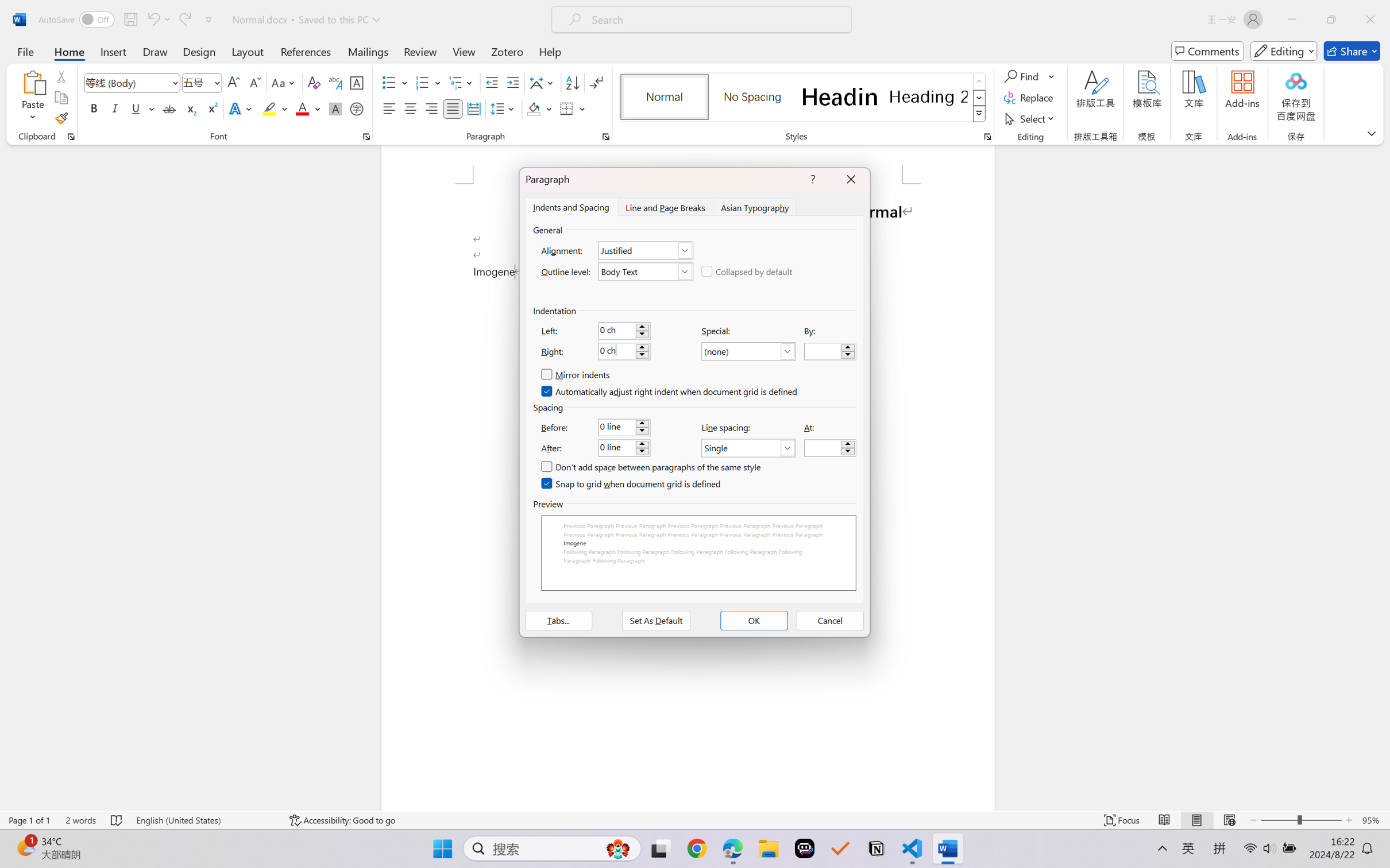 Image resolution: width=1390 pixels, height=868 pixels. I want to click on 'Sort...', so click(572, 83).